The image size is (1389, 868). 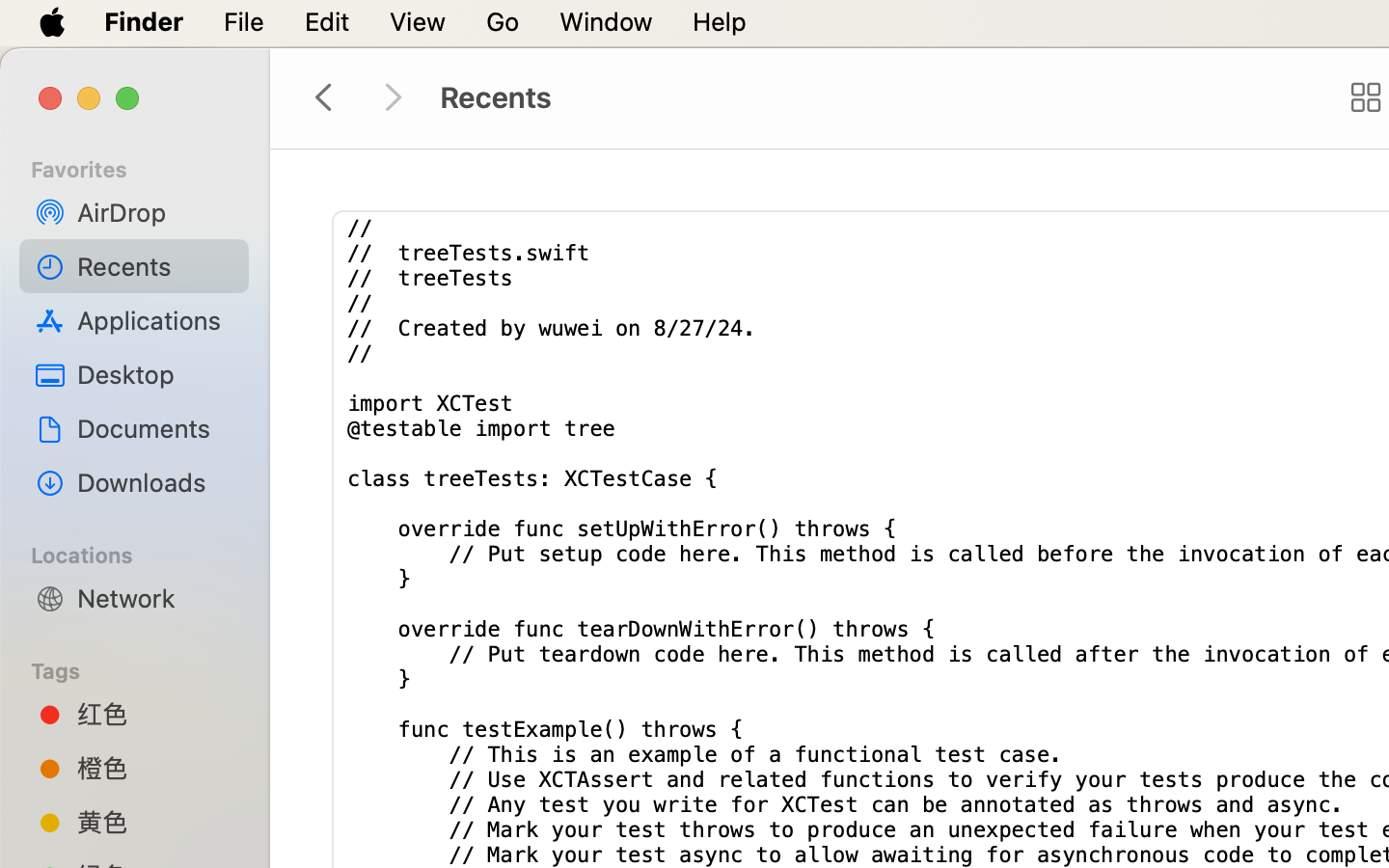 What do you see at coordinates (153, 767) in the screenshot?
I see `'橙色'` at bounding box center [153, 767].